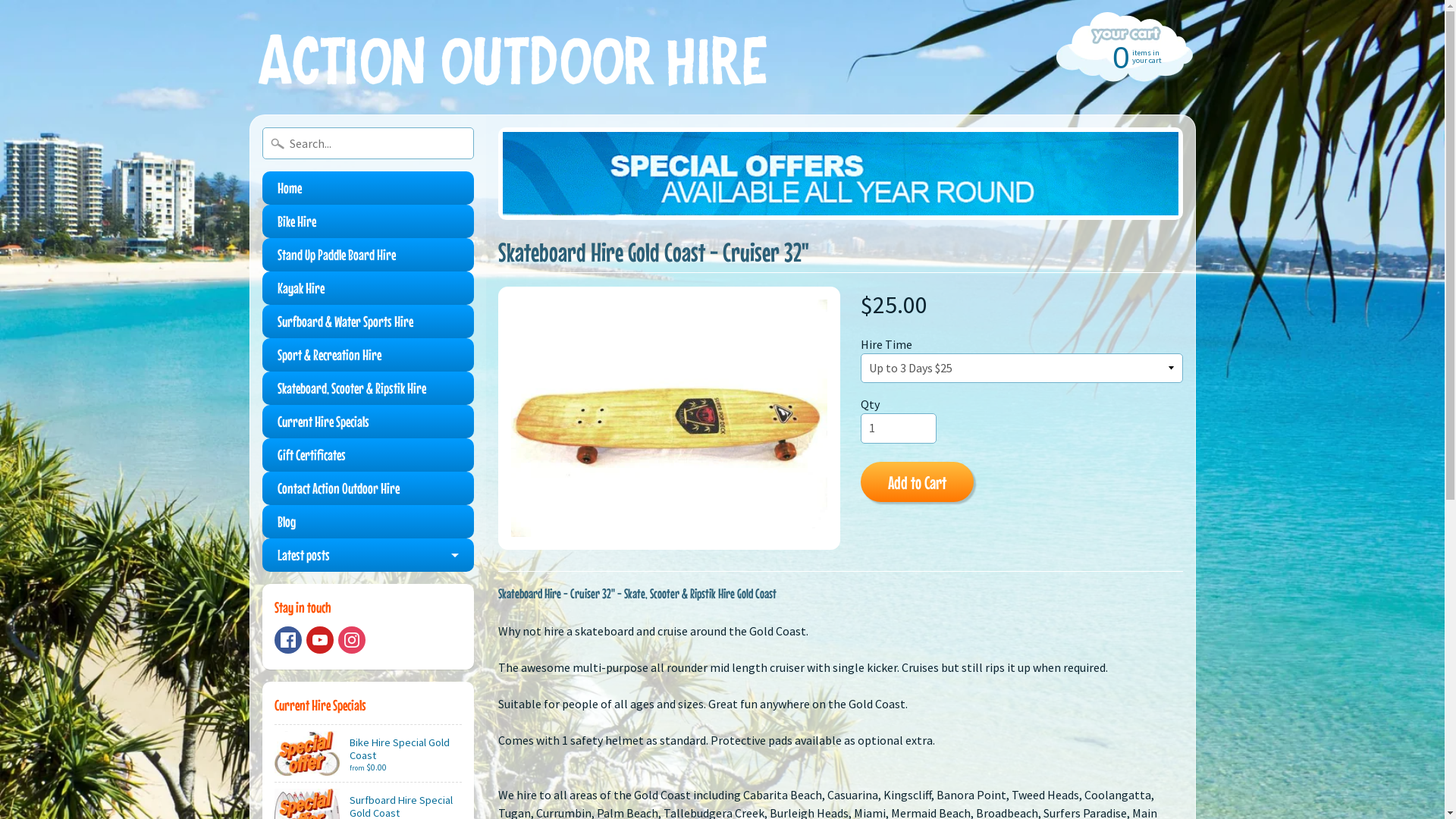  I want to click on 'Sport & Recreation Hire', so click(368, 354).